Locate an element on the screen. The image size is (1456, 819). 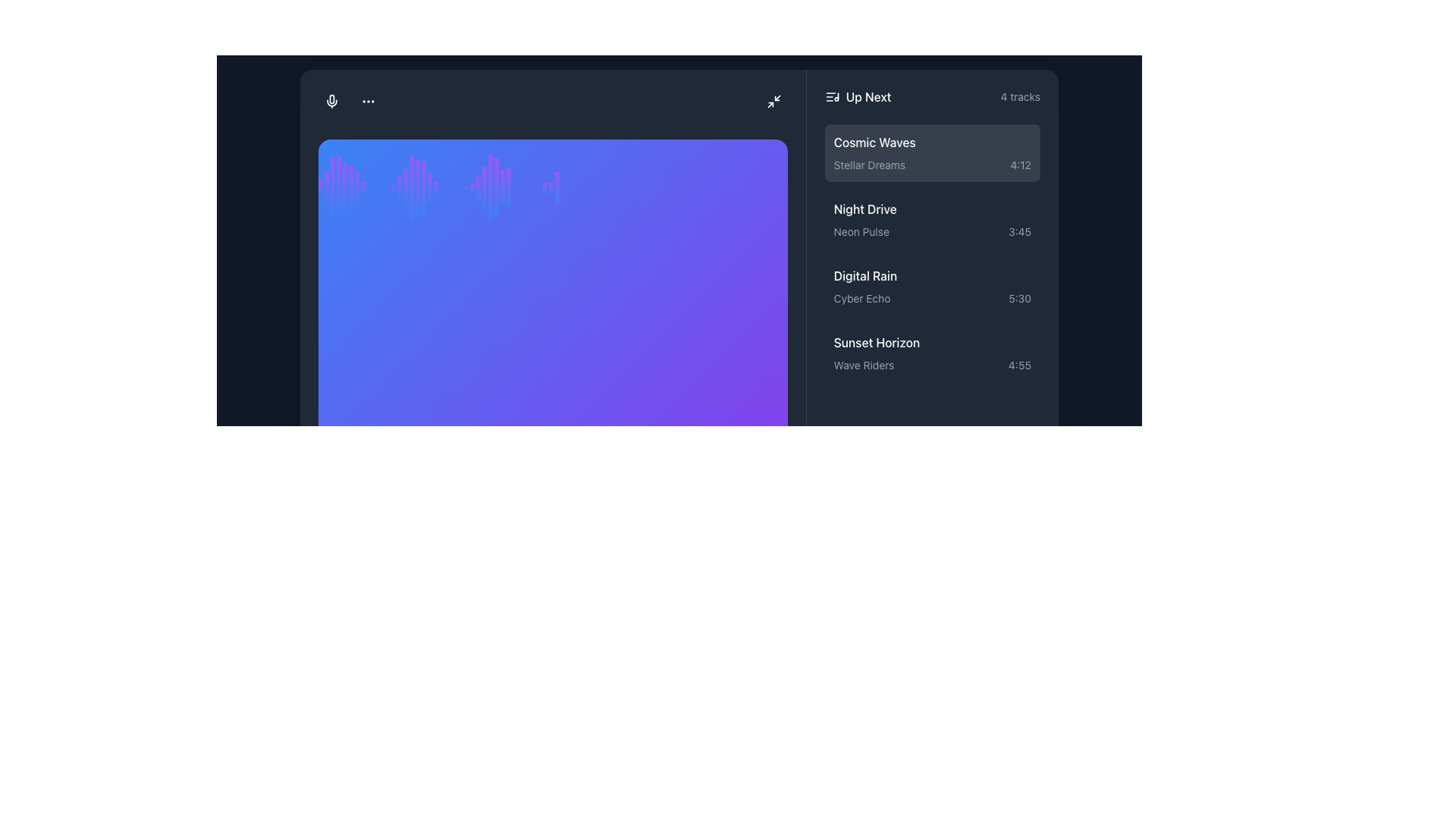
the minimize button located in the upper-right section of the main interface, which is represented by a circular icon that changes appearance upon interaction is located at coordinates (773, 101).